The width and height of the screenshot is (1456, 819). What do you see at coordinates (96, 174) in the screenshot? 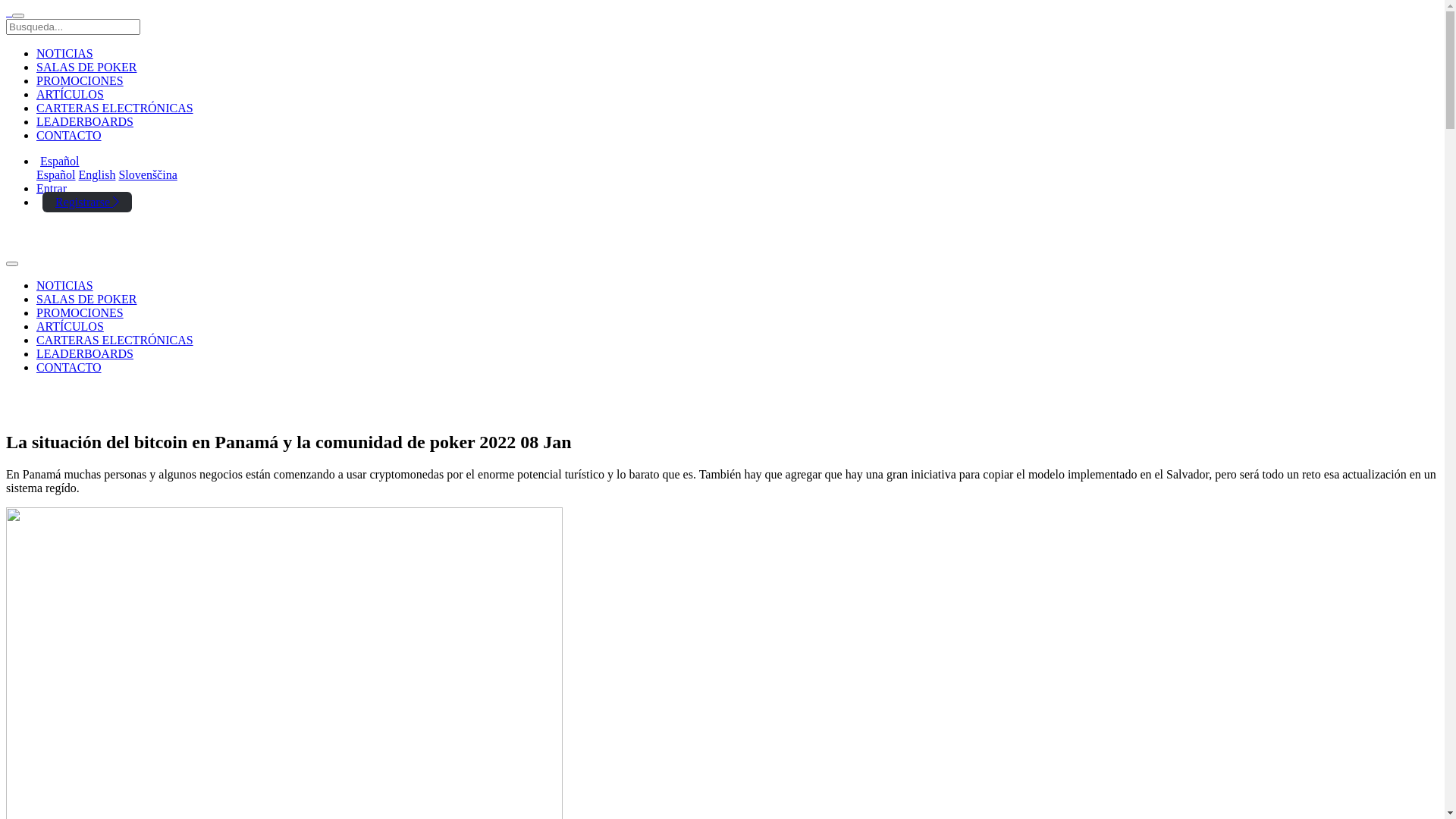
I see `'English'` at bounding box center [96, 174].